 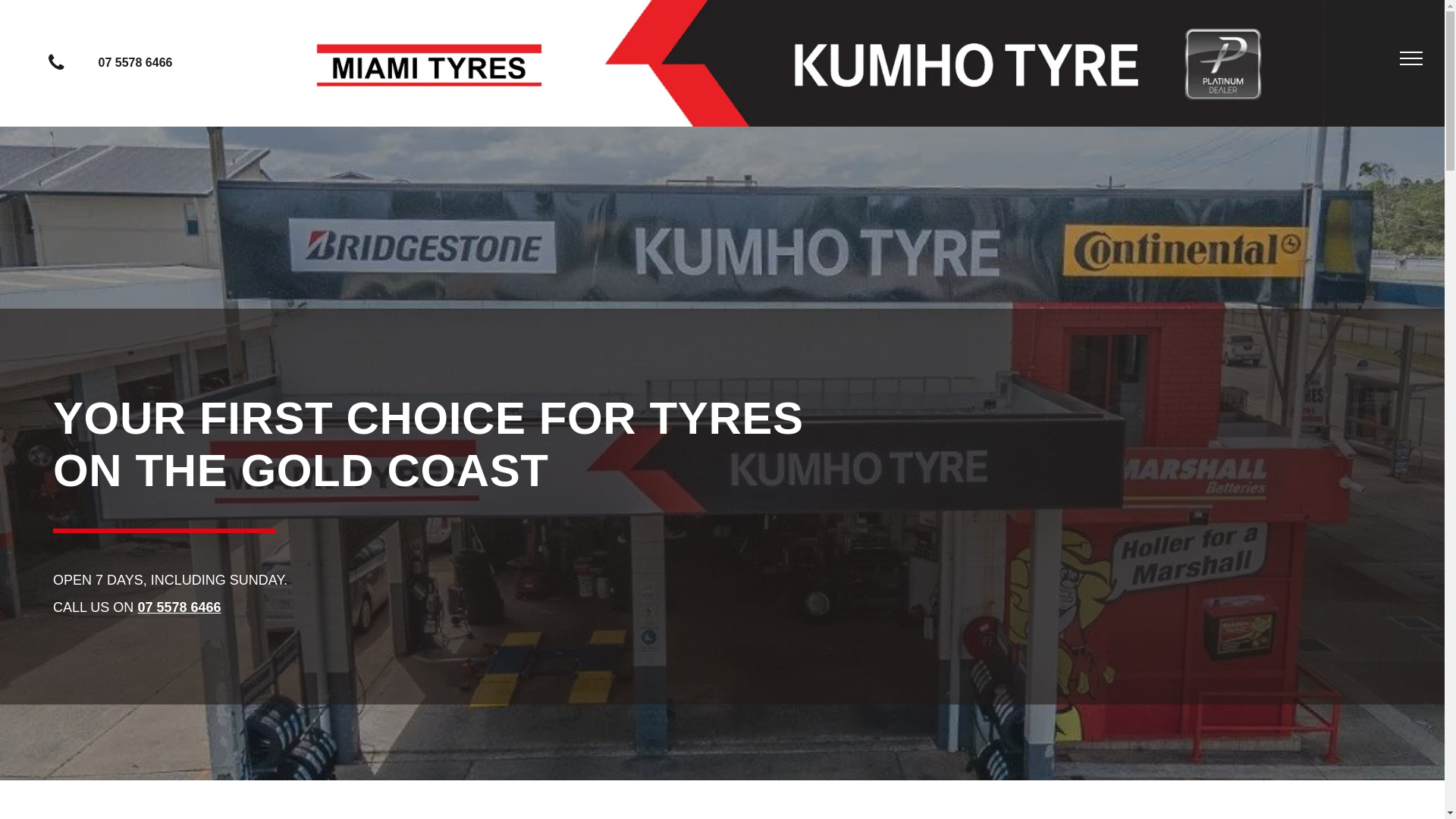 What do you see at coordinates (178, 607) in the screenshot?
I see `'07 5578 6466'` at bounding box center [178, 607].